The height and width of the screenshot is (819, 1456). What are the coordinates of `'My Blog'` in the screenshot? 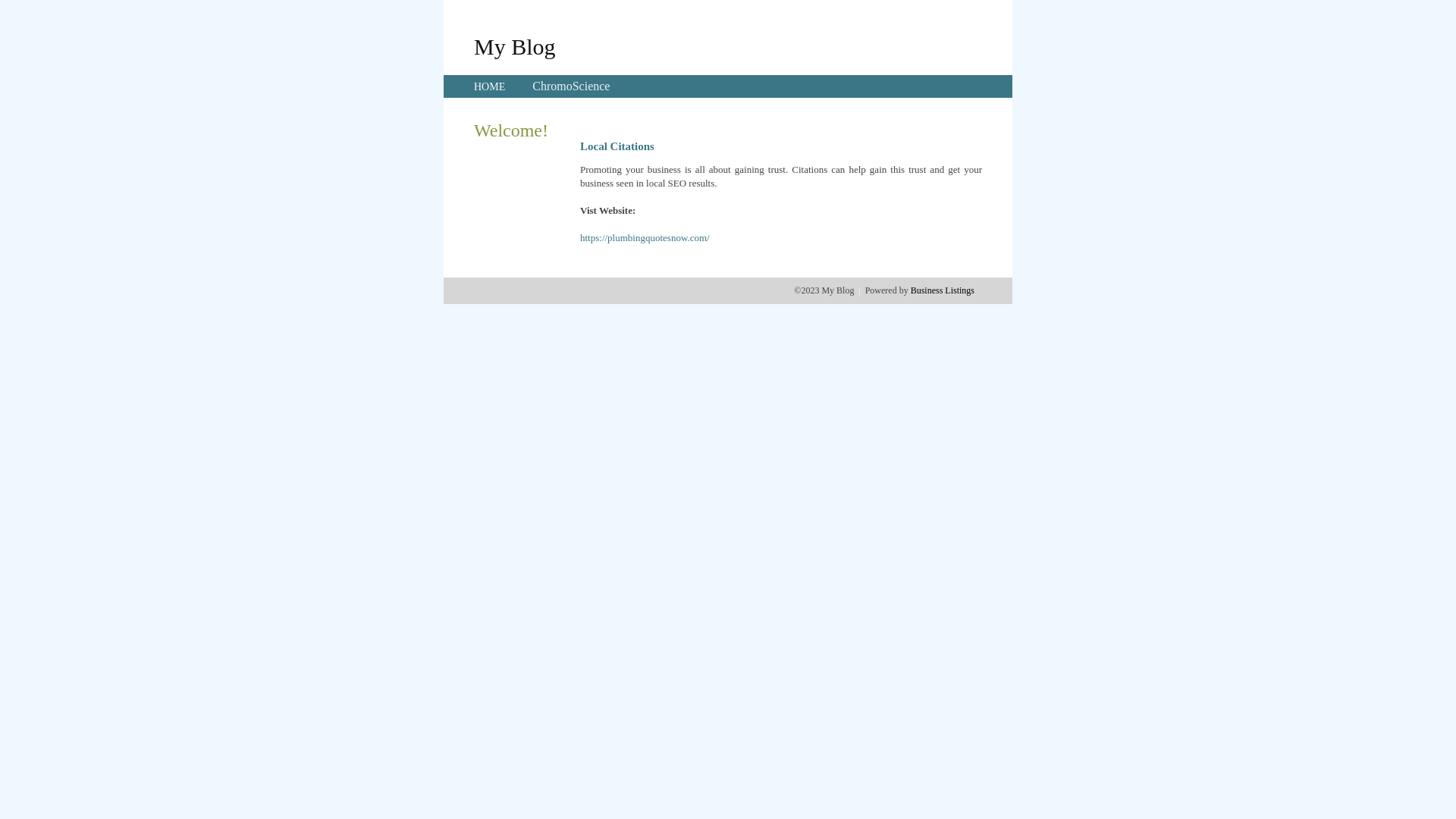 It's located at (514, 45).